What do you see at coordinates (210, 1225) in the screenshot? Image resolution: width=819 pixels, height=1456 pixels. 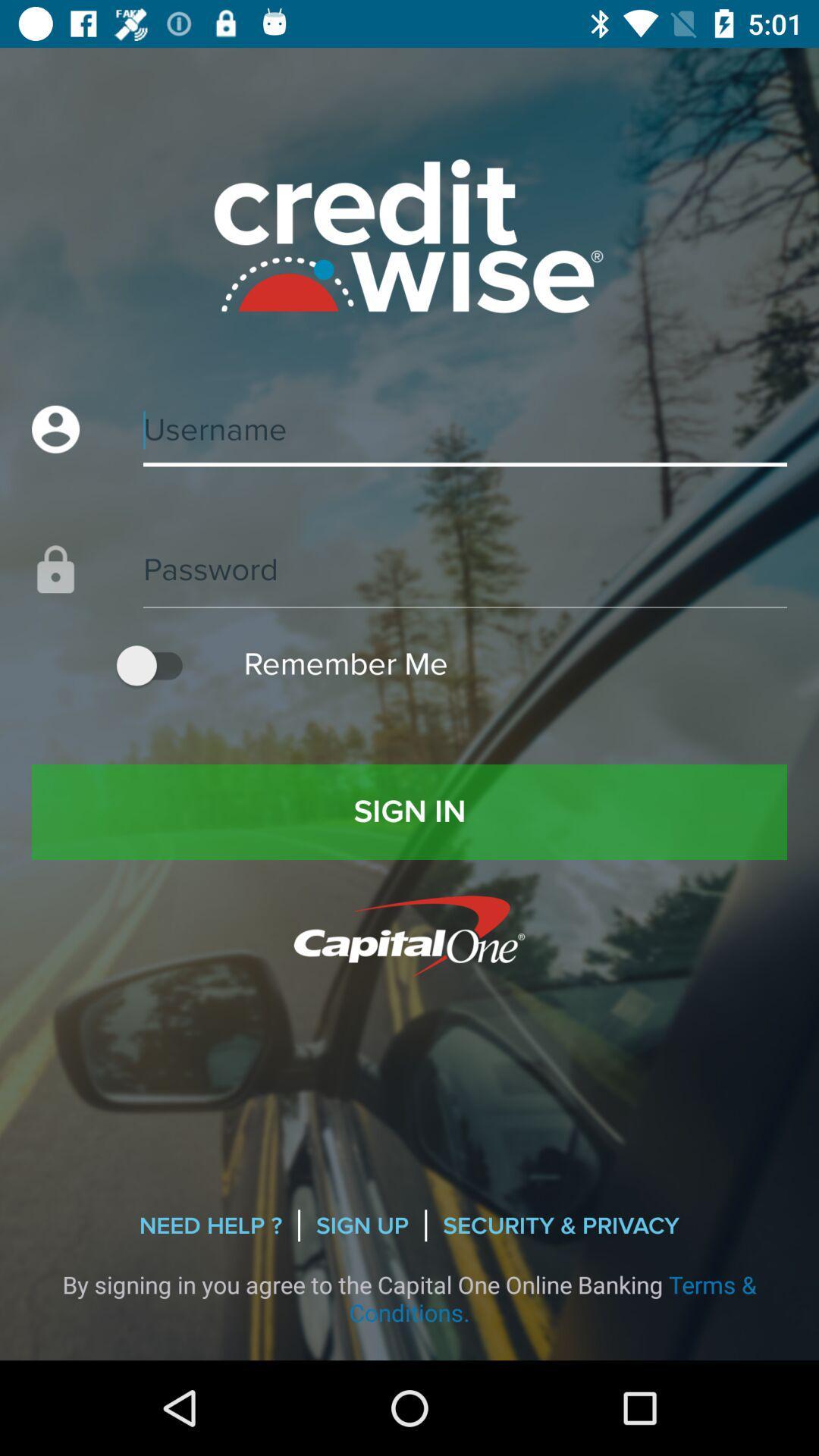 I see `icon above the by signing in item` at bounding box center [210, 1225].